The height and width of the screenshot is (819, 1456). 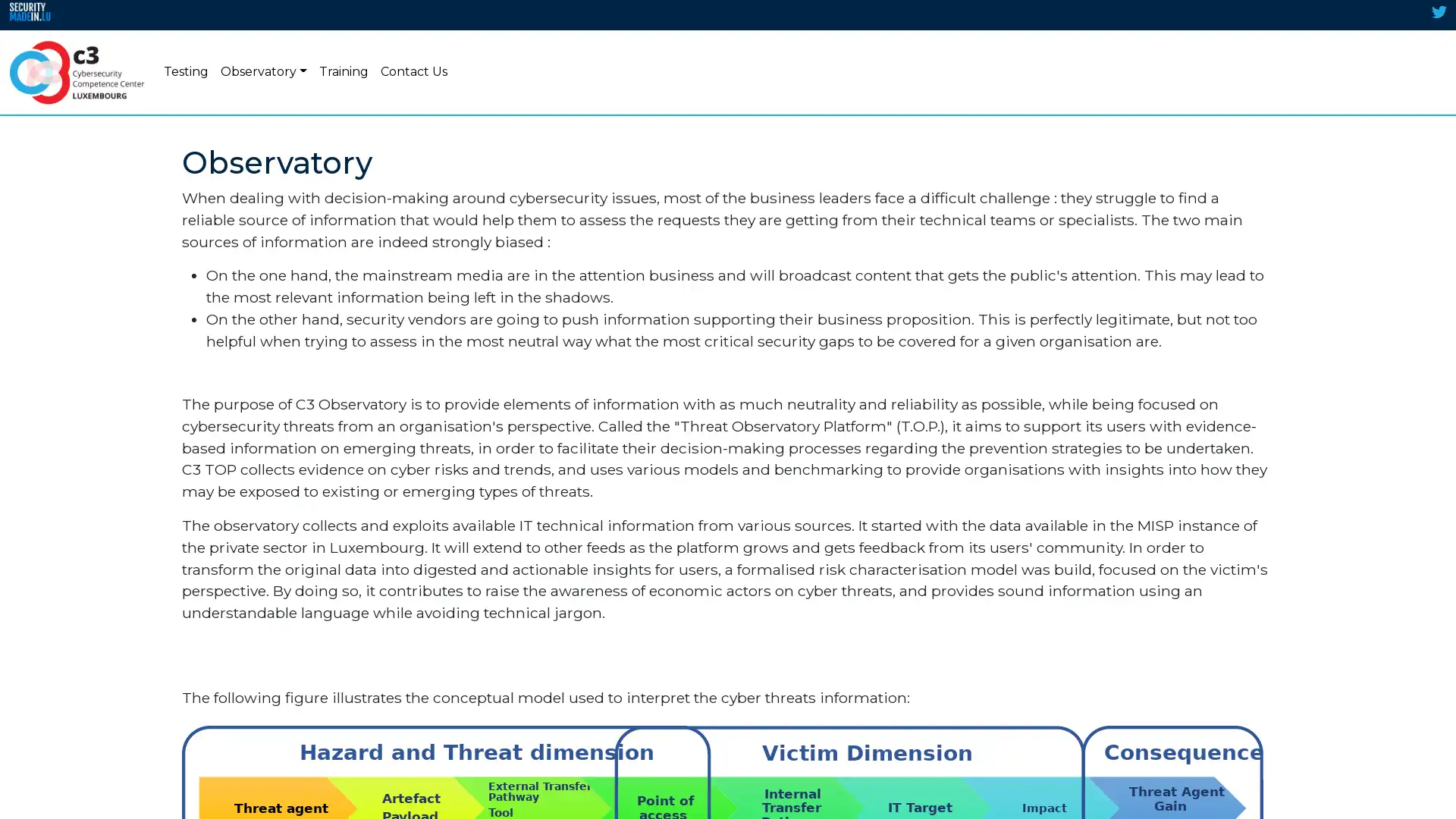 What do you see at coordinates (263, 72) in the screenshot?
I see `Observatory` at bounding box center [263, 72].